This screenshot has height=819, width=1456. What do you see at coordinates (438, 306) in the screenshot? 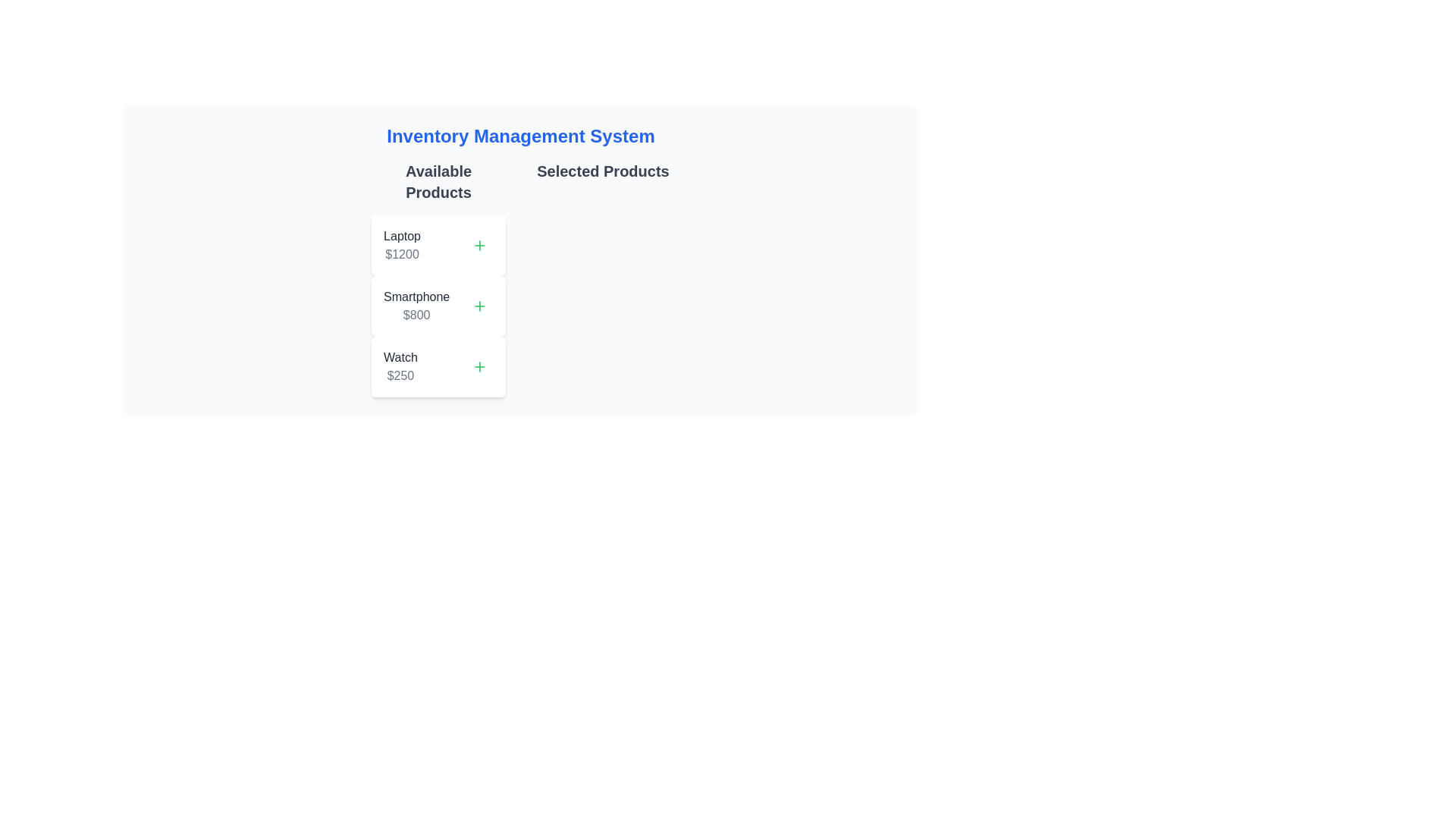
I see `the '+' icon on the product card for 'Smartphone' priced at '$800'` at bounding box center [438, 306].